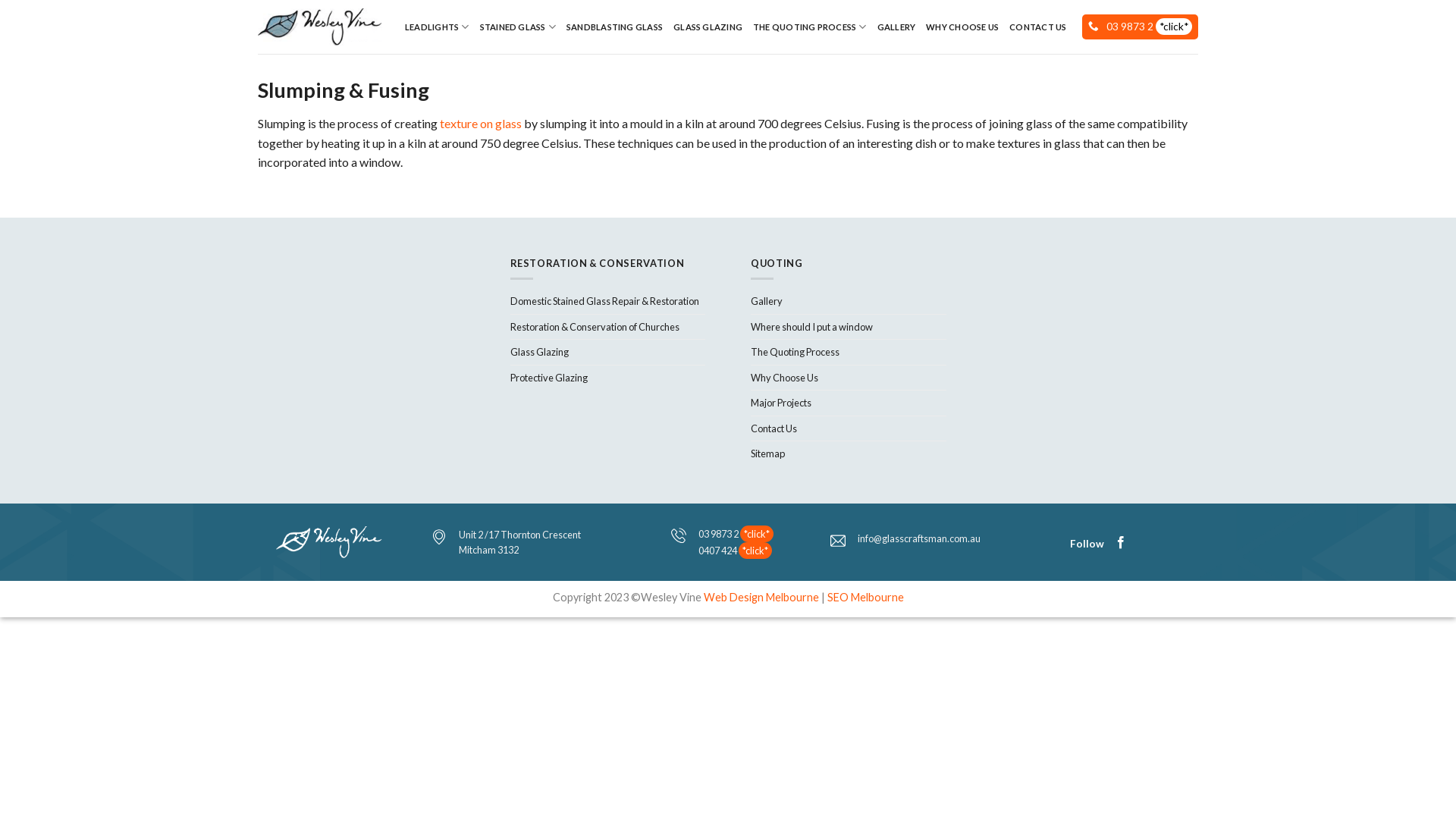  Describe the element at coordinates (1121, 542) in the screenshot. I see `'Follow on Facebook'` at that location.